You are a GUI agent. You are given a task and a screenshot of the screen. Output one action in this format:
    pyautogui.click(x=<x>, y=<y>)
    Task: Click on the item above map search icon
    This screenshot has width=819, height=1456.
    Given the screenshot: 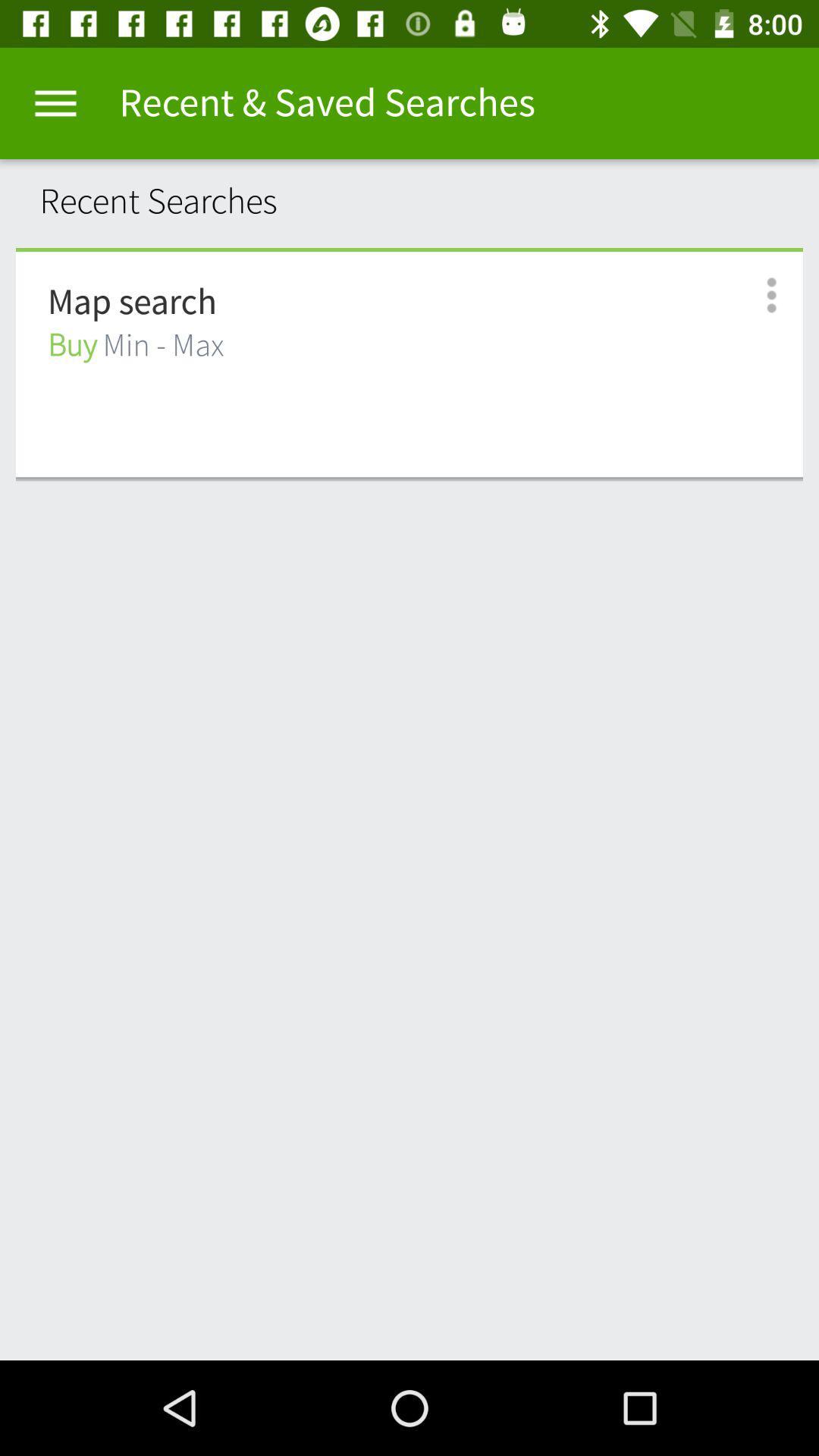 What is the action you would take?
    pyautogui.click(x=409, y=249)
    